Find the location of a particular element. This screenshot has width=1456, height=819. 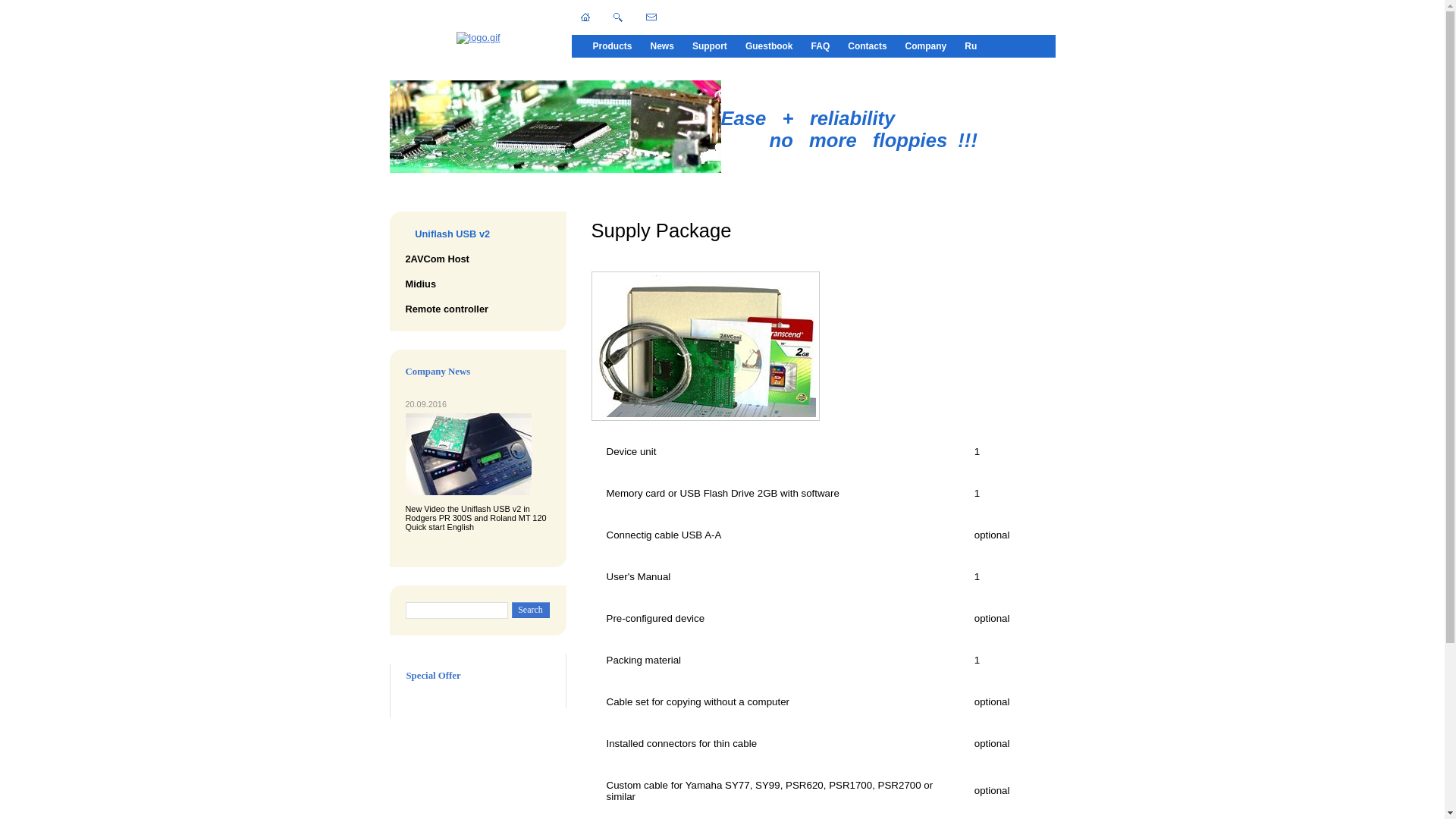

'Roland_mt120s.jpg' is located at coordinates (467, 453).